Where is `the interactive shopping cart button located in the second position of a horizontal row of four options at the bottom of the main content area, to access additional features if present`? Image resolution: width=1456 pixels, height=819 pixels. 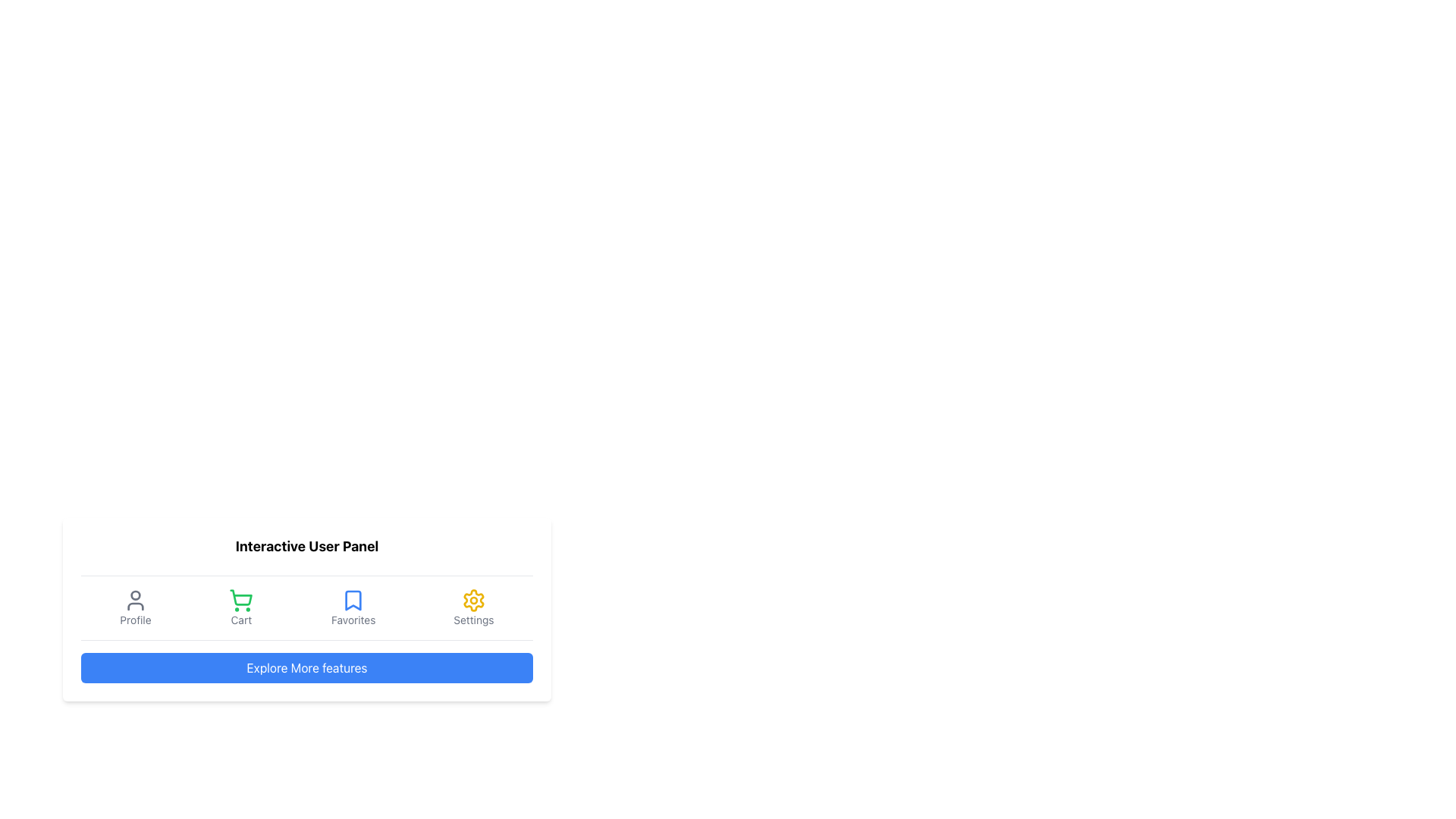
the interactive shopping cart button located in the second position of a horizontal row of four options at the bottom of the main content area, to access additional features if present is located at coordinates (240, 607).